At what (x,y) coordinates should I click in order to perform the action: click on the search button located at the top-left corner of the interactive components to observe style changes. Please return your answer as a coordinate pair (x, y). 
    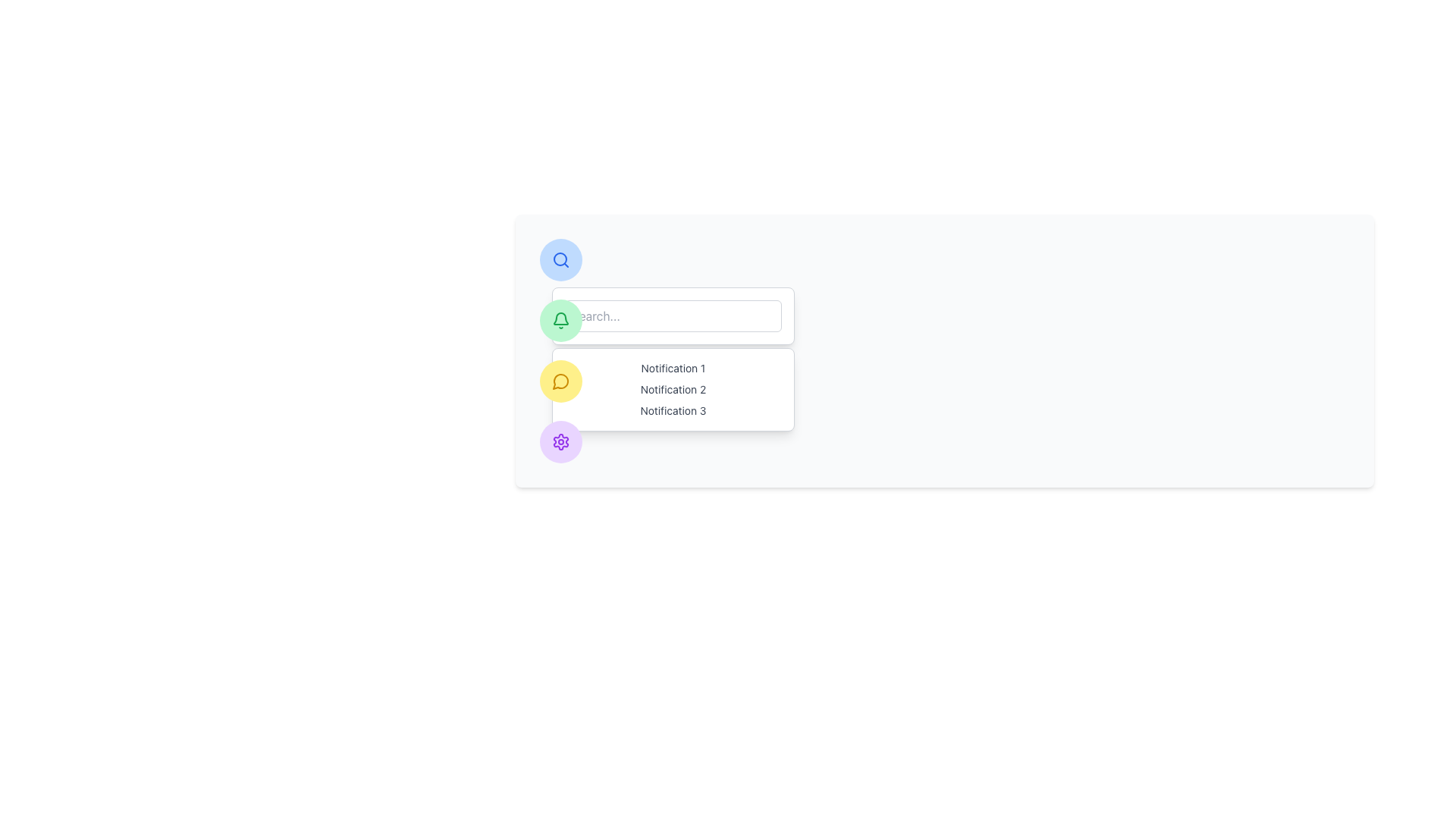
    Looking at the image, I should click on (560, 259).